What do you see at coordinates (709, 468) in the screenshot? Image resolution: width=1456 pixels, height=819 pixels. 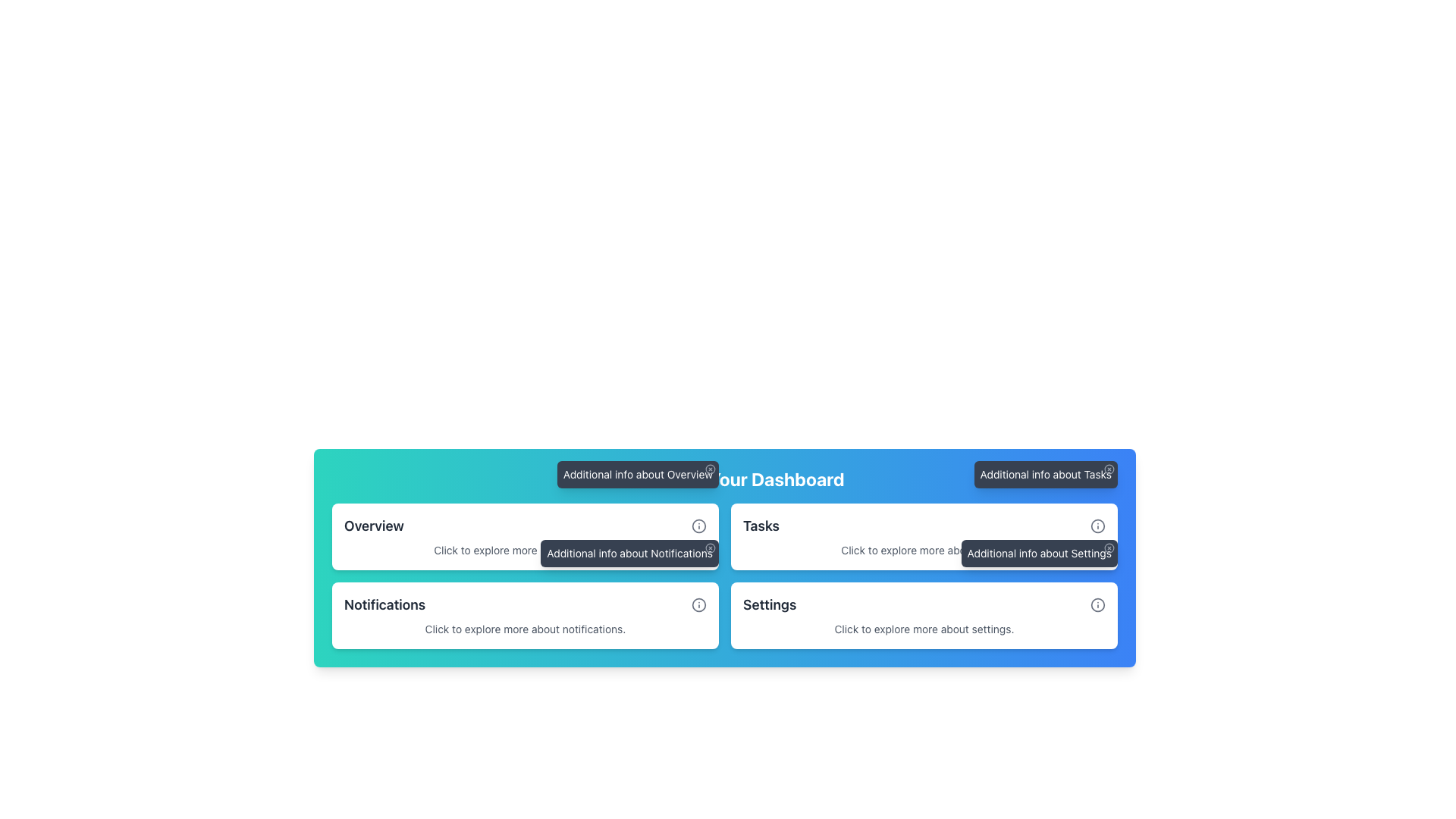 I see `the close button located in the top-right corner of the tooltip that contains the text 'Additional info about Overview'` at bounding box center [709, 468].